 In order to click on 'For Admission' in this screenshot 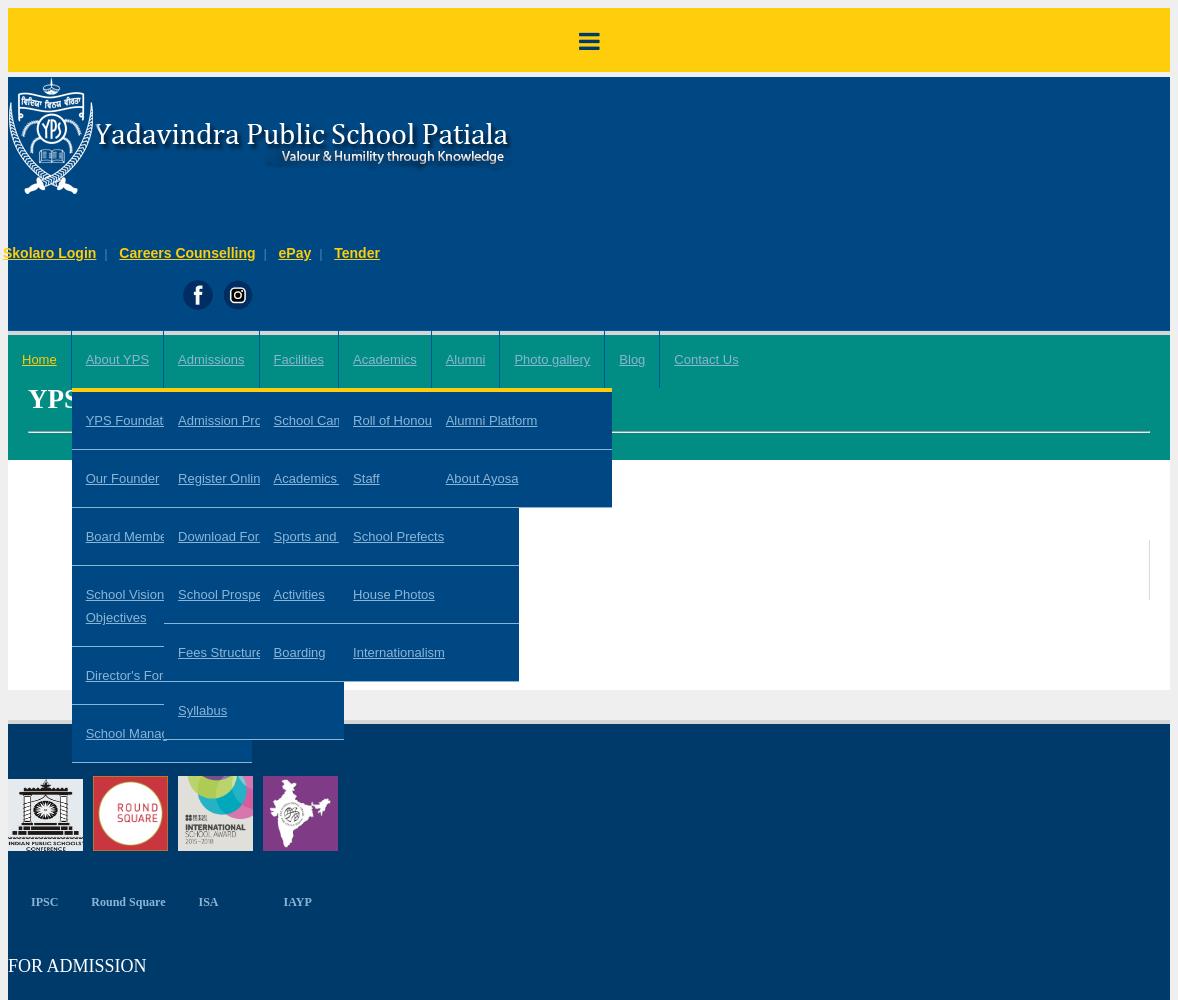, I will do `click(7, 964)`.